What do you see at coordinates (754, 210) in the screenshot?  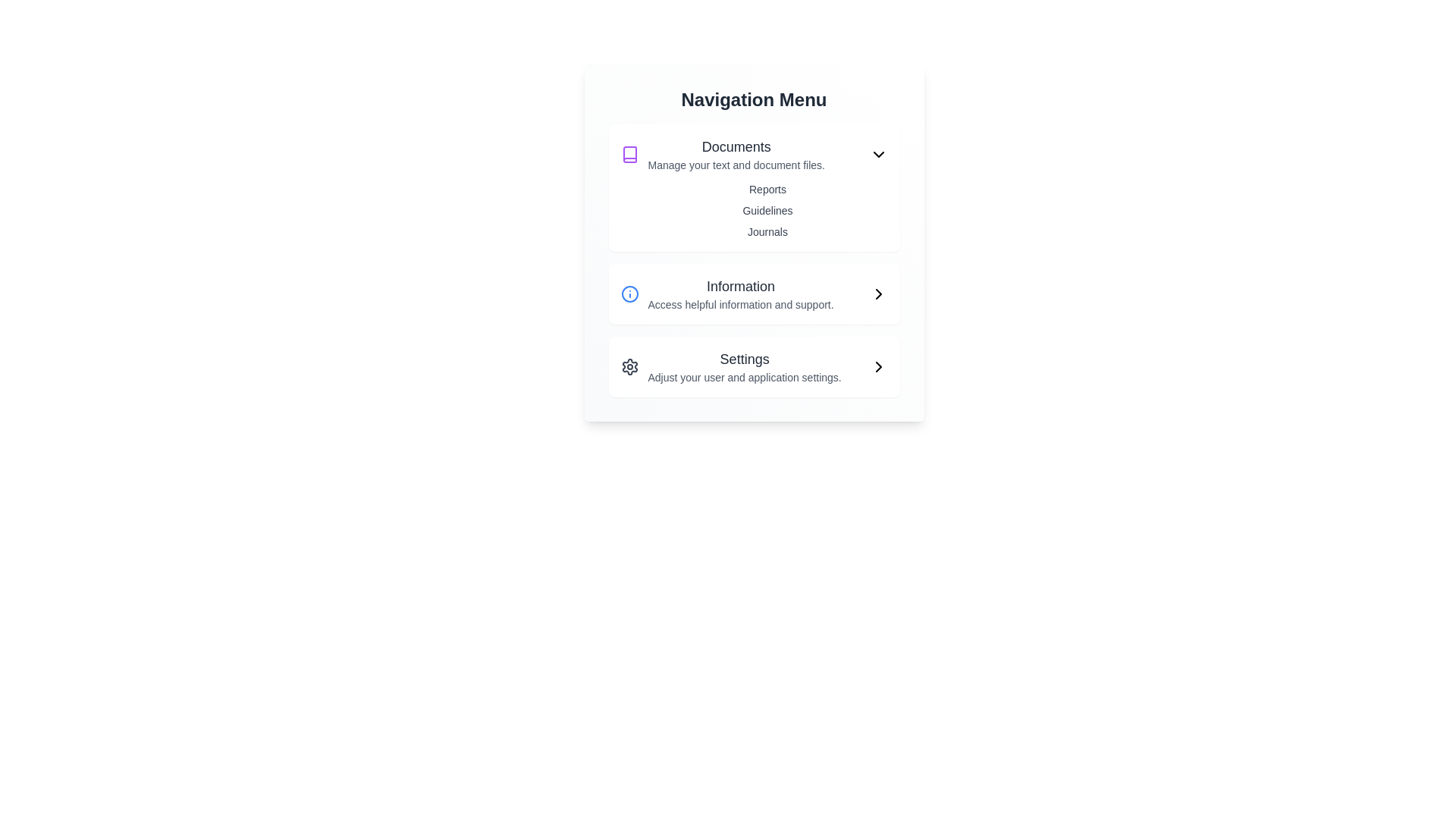 I see `the navigation list items under the 'Documents' section, which includes 'Reports', 'Guidelines', and 'Journals'` at bounding box center [754, 210].